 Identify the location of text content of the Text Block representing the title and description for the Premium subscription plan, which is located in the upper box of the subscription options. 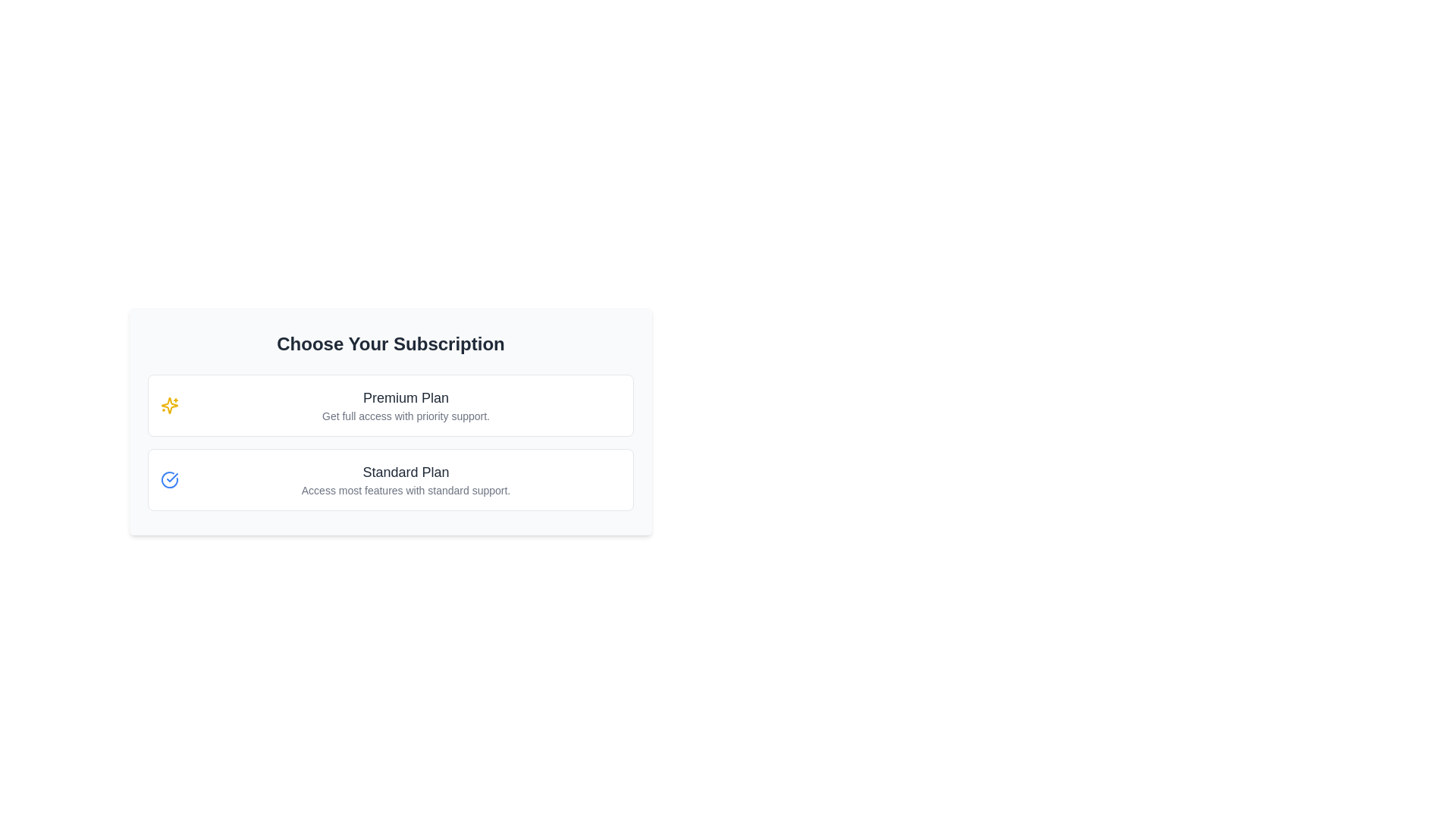
(406, 405).